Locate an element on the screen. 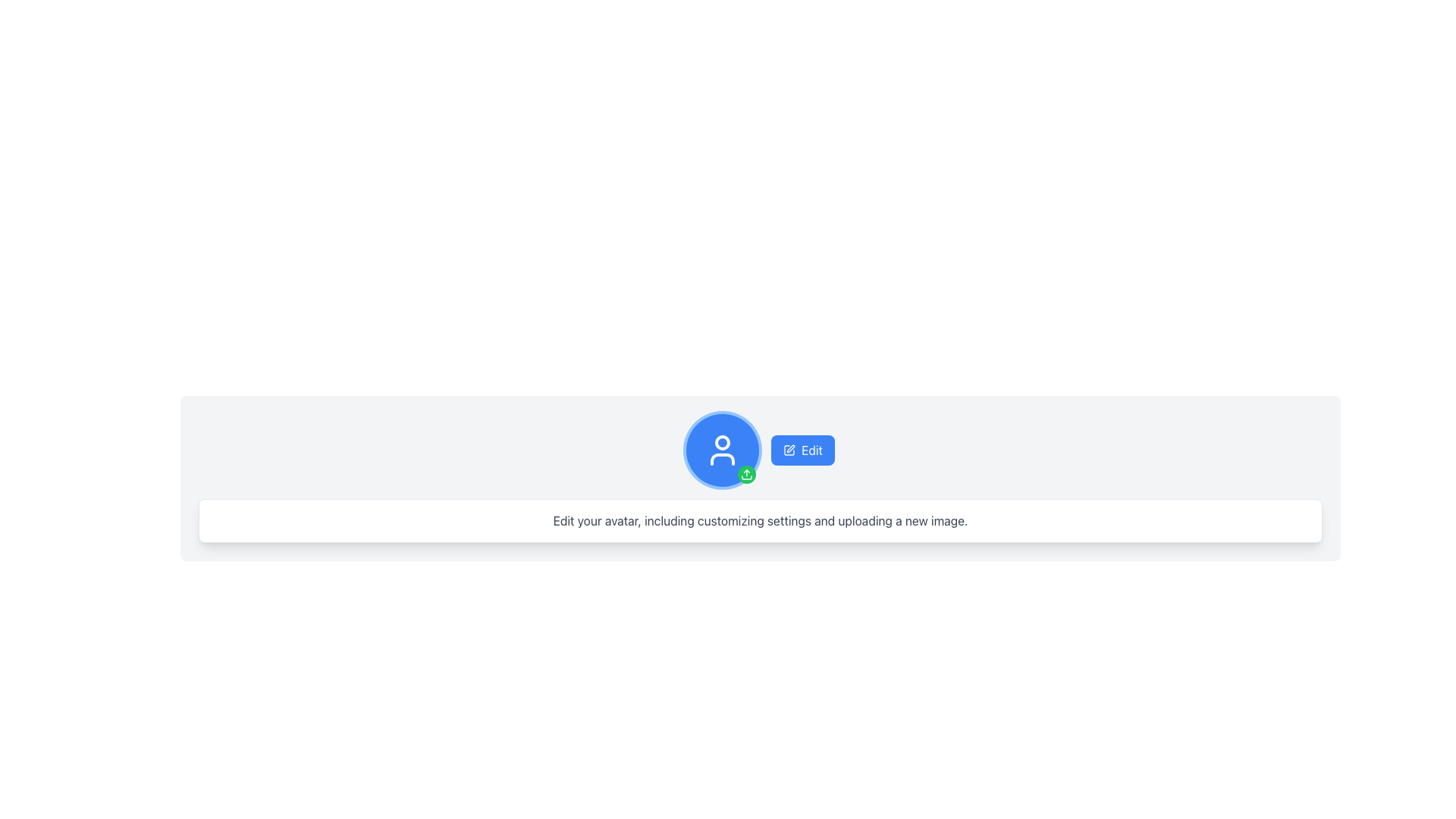 This screenshot has height=819, width=1456. the user icon, which is a white circular head with a semi-circular body on a blue circular background is located at coordinates (722, 450).